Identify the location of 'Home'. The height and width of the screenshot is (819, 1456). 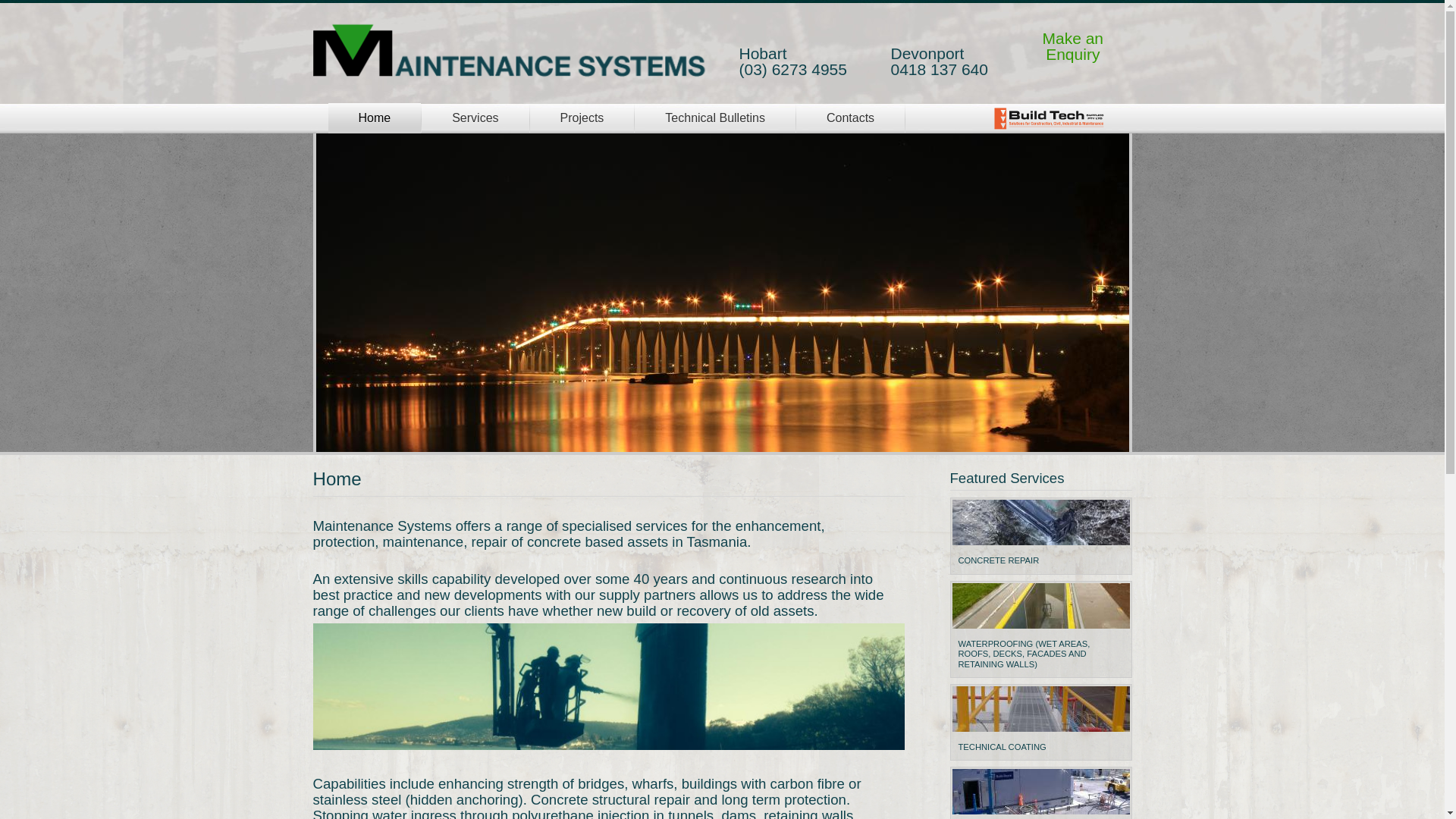
(510, 52).